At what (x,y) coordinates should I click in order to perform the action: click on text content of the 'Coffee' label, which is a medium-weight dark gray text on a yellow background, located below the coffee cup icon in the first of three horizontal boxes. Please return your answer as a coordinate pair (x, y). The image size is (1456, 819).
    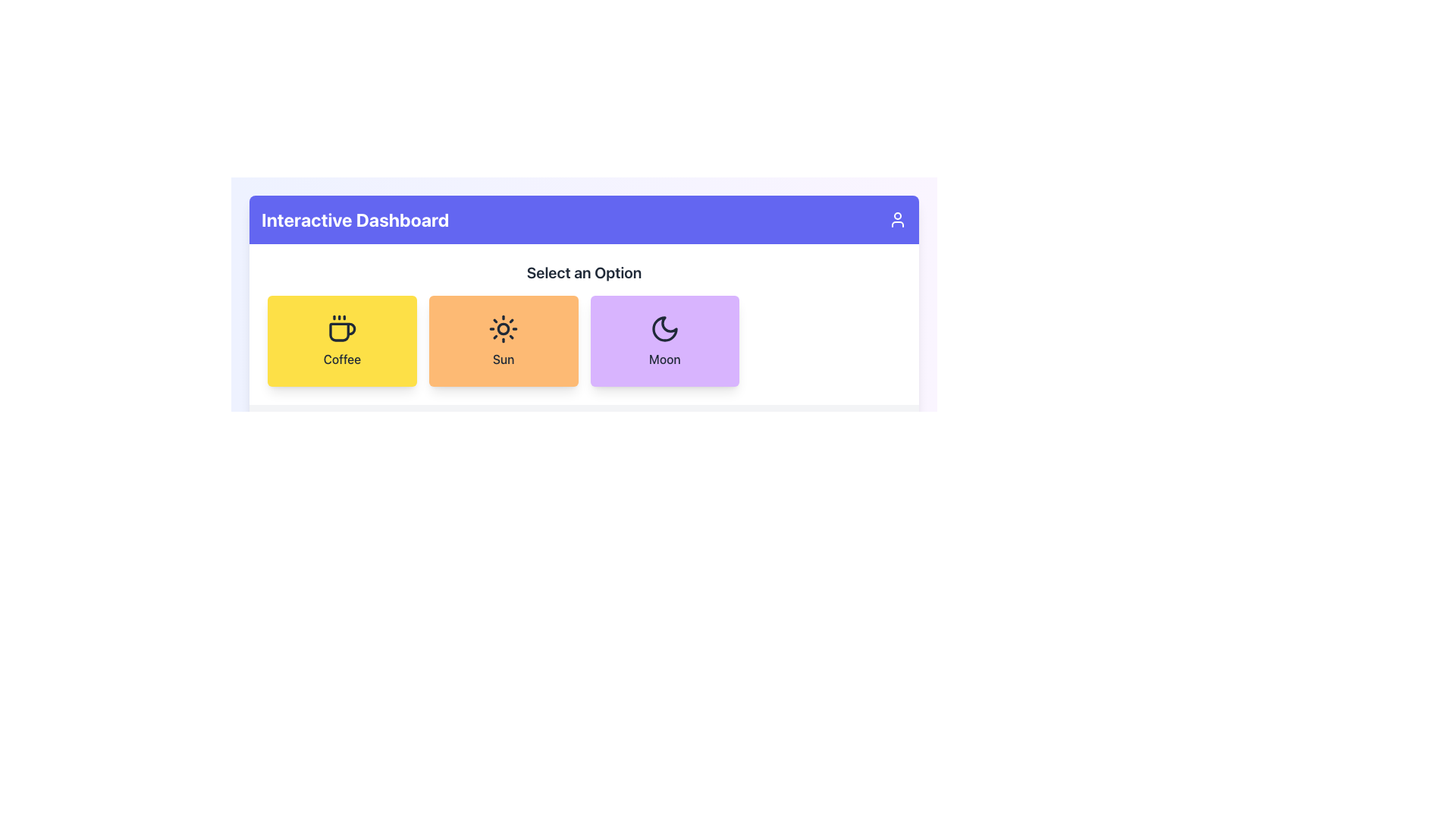
    Looking at the image, I should click on (341, 359).